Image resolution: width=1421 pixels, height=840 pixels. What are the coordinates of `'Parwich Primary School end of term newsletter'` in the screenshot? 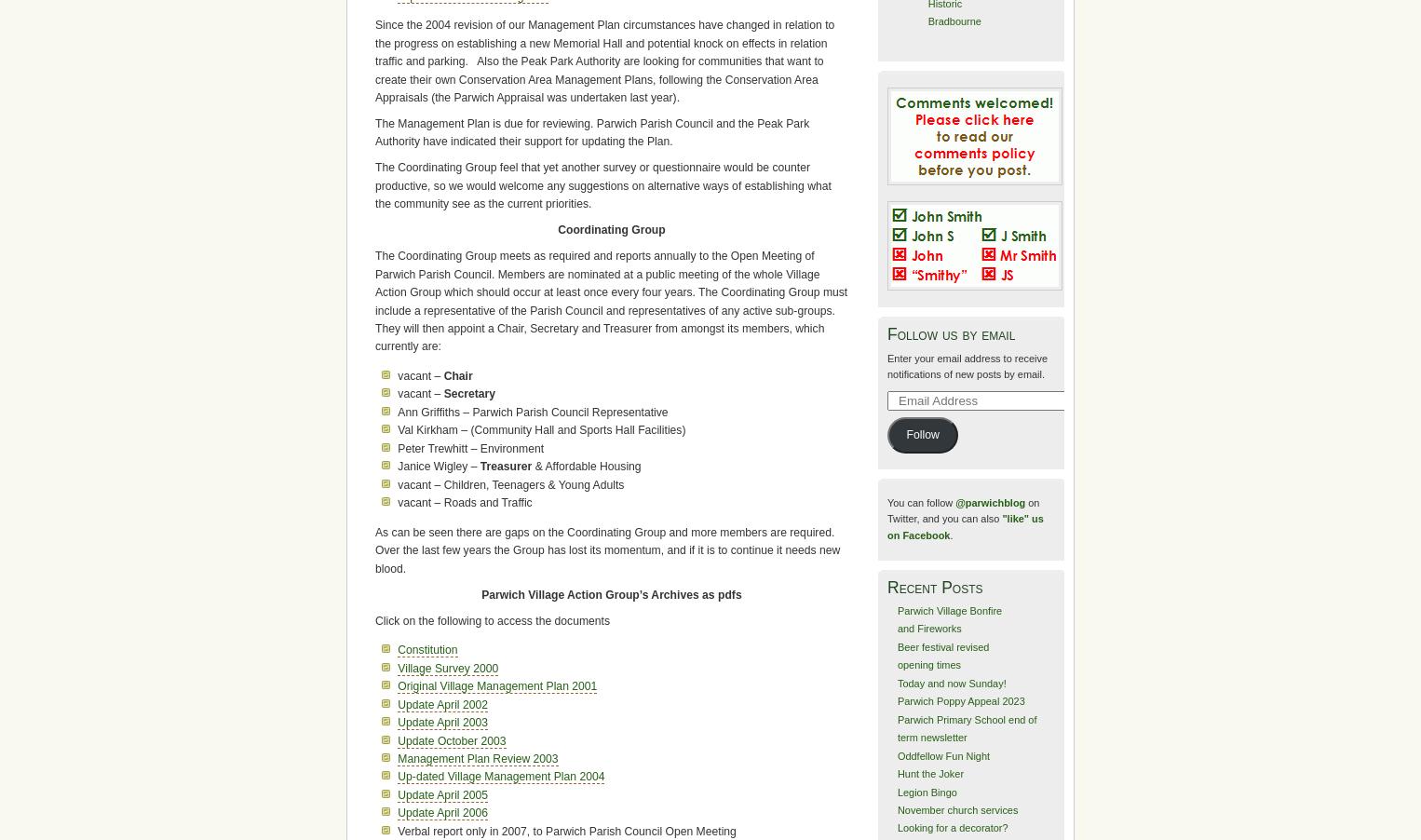 It's located at (966, 727).